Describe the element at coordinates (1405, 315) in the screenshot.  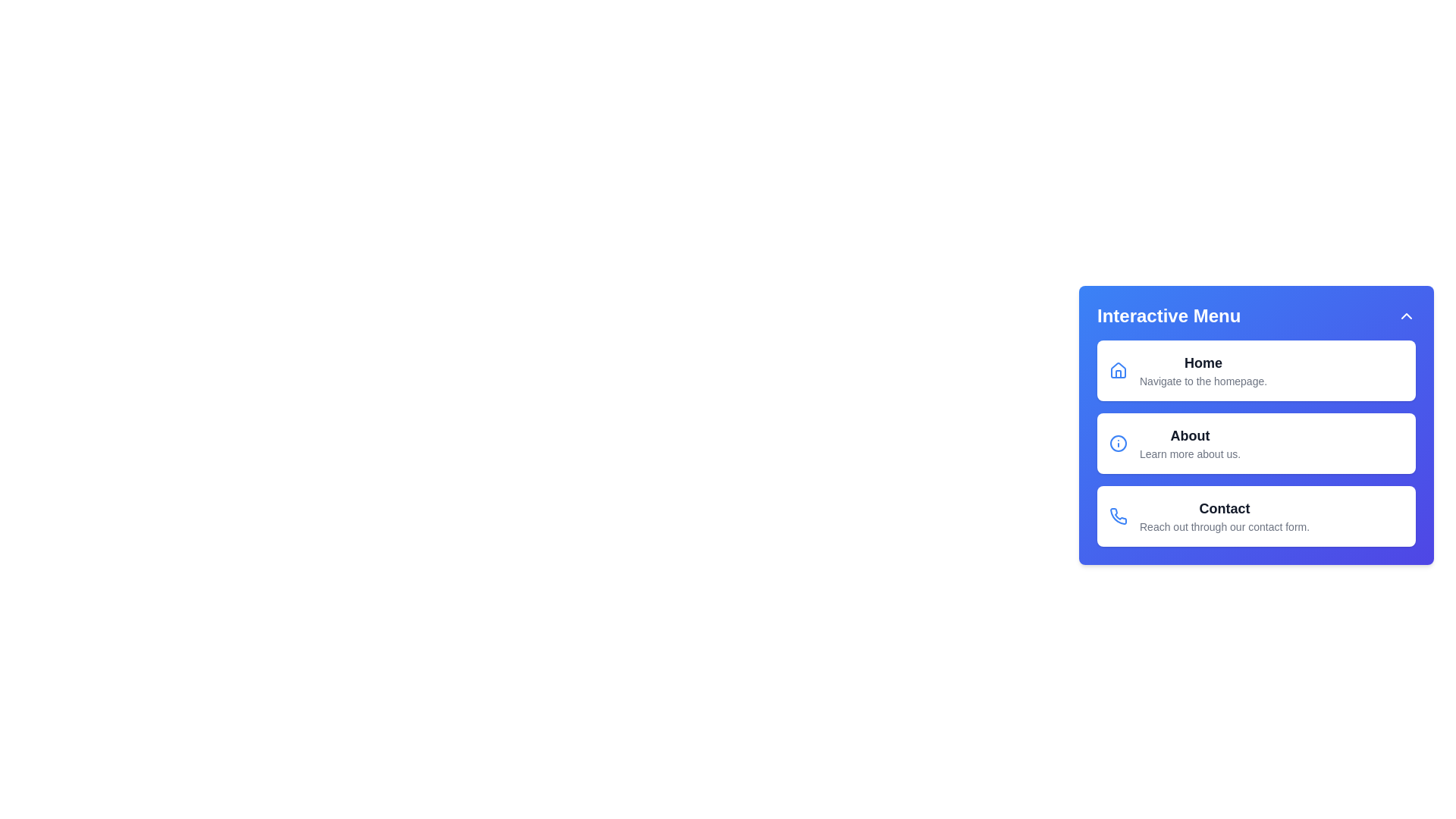
I see `the expand/collapse button to toggle the menu visibility` at that location.